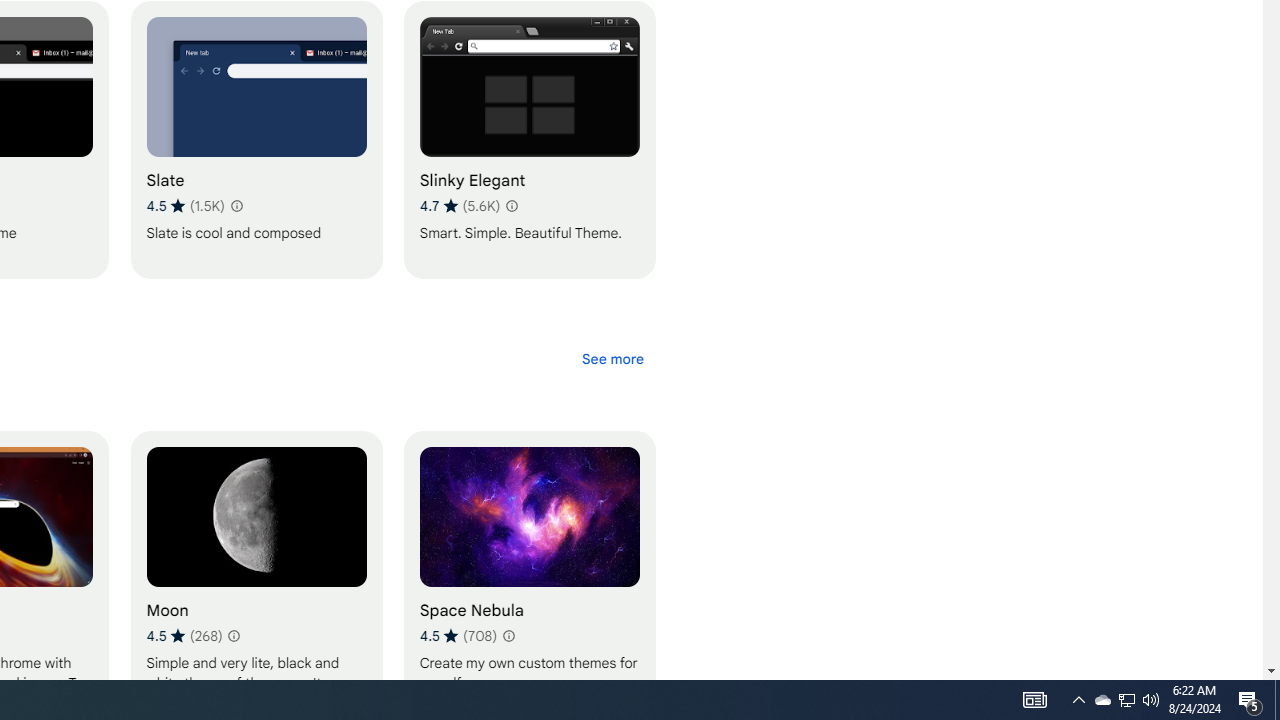 The width and height of the screenshot is (1280, 720). What do you see at coordinates (185, 205) in the screenshot?
I see `'Average rating 4.5 out of 5 stars. 1.5K ratings.'` at bounding box center [185, 205].